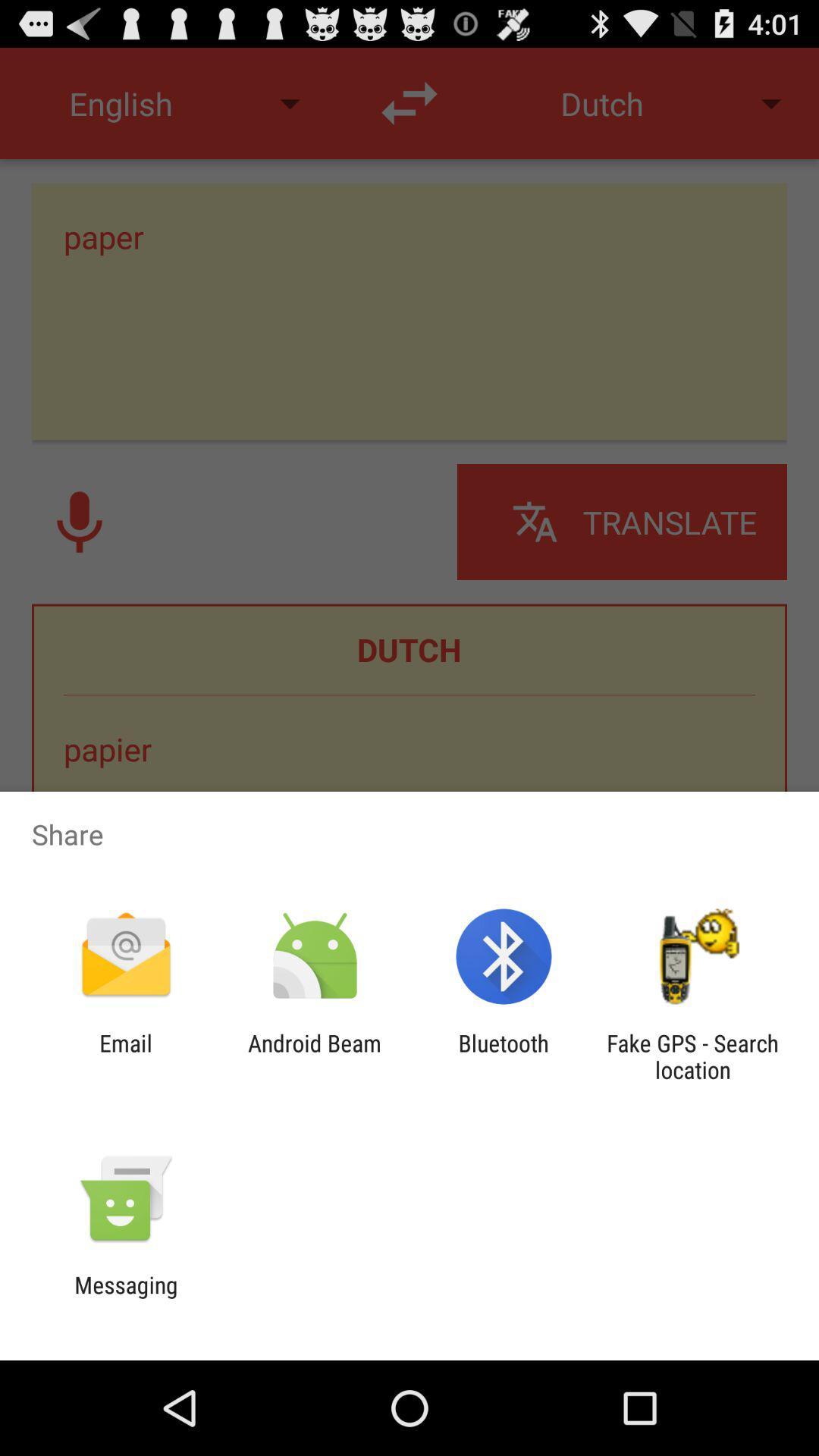 The width and height of the screenshot is (819, 1456). Describe the element at coordinates (314, 1056) in the screenshot. I see `the item next to email icon` at that location.